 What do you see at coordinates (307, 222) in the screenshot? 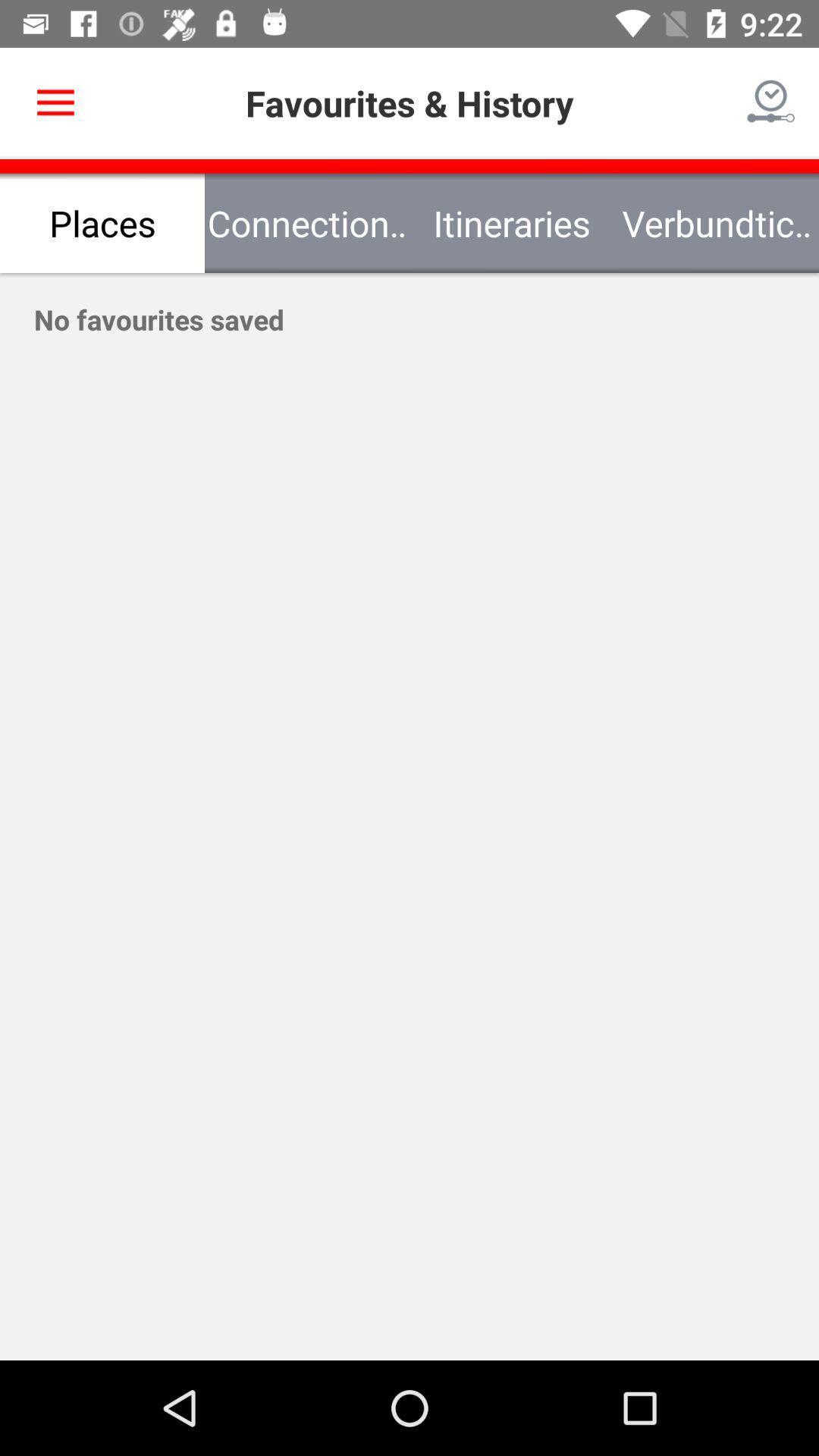
I see `the item next to itineraries item` at bounding box center [307, 222].